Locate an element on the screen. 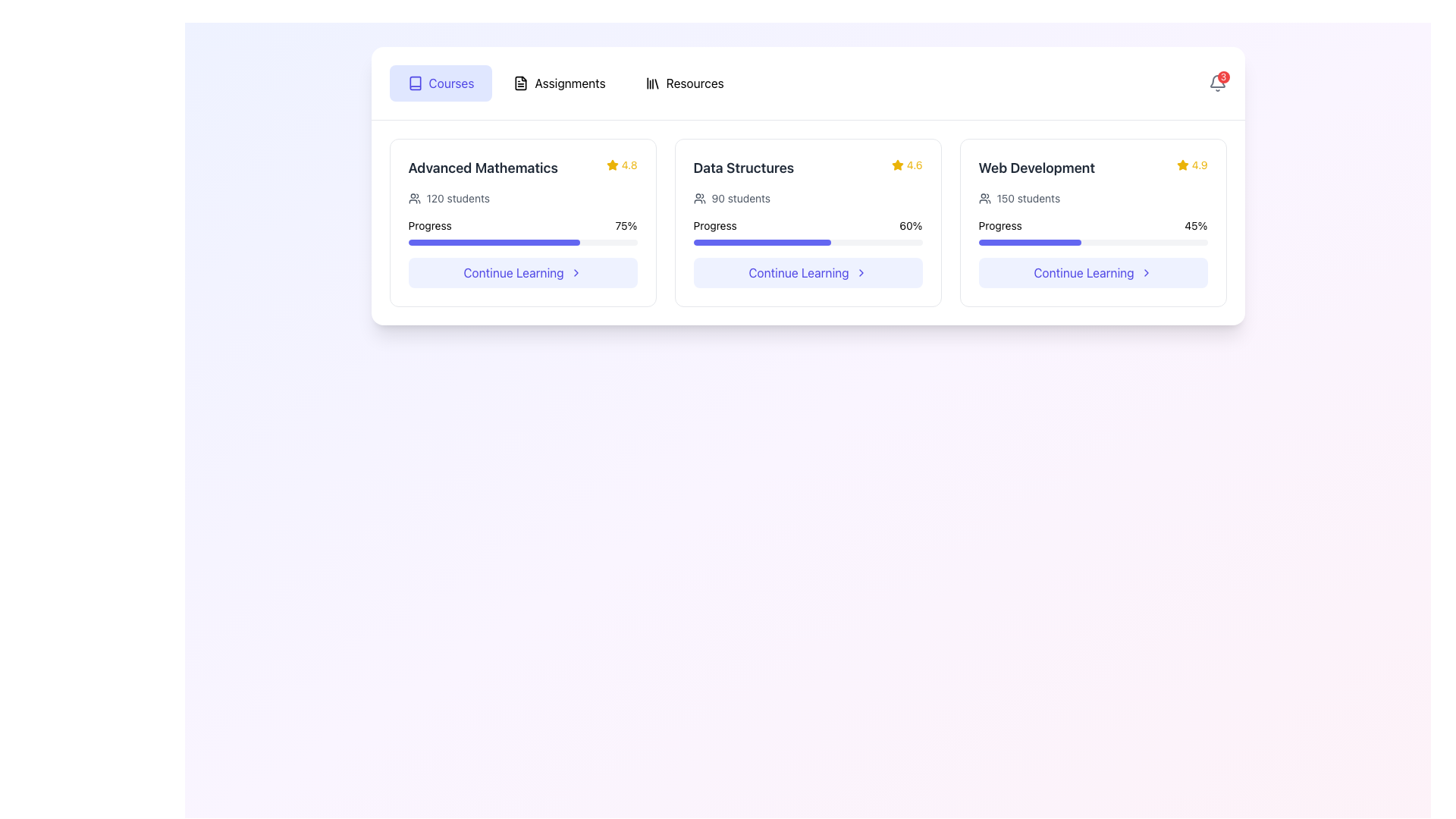 Image resolution: width=1456 pixels, height=819 pixels. the text label below the course progress bar in the 'Advanced Mathematics' course card is located at coordinates (513, 271).